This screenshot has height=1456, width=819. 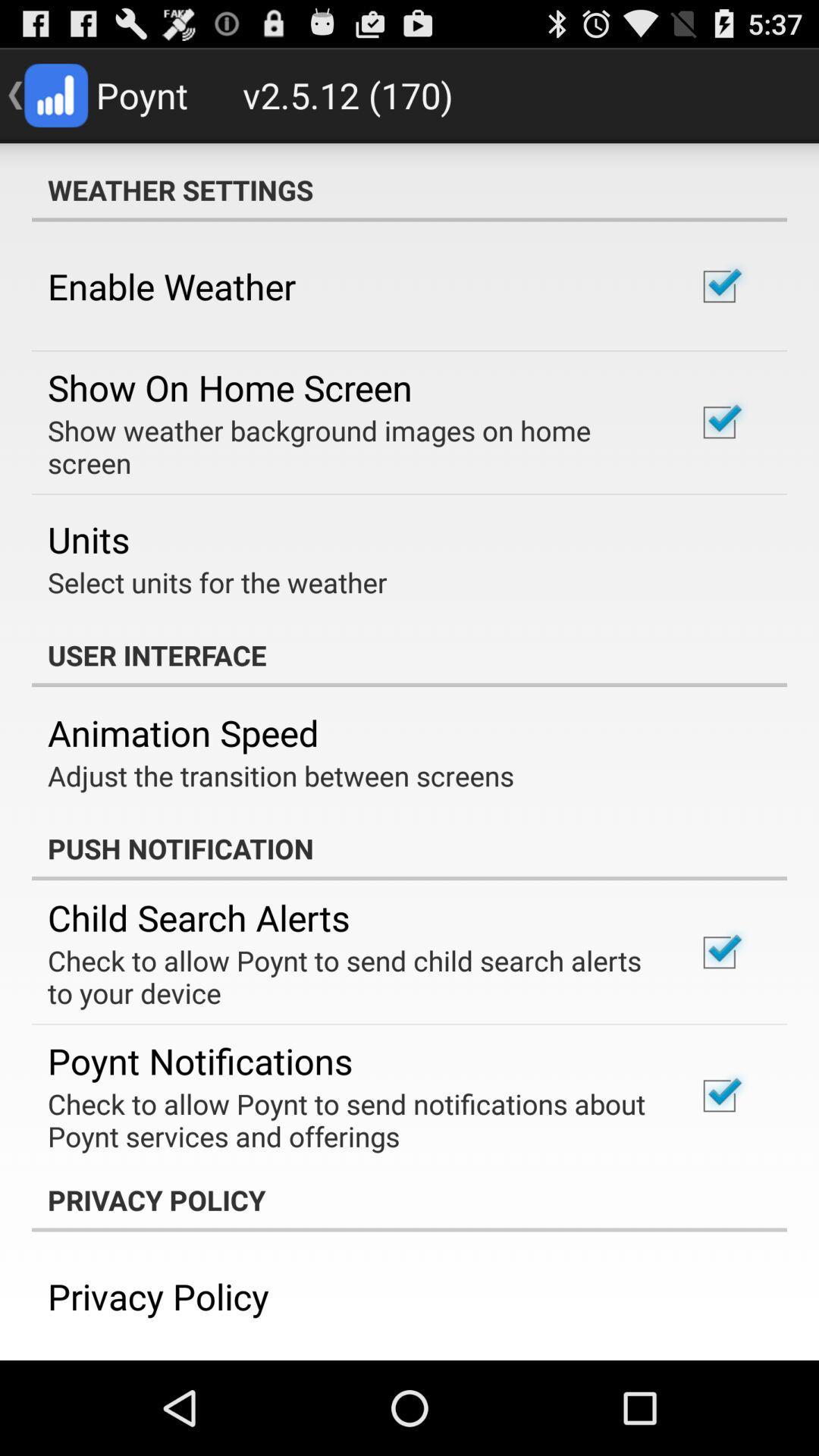 What do you see at coordinates (182, 733) in the screenshot?
I see `the animation speed app` at bounding box center [182, 733].